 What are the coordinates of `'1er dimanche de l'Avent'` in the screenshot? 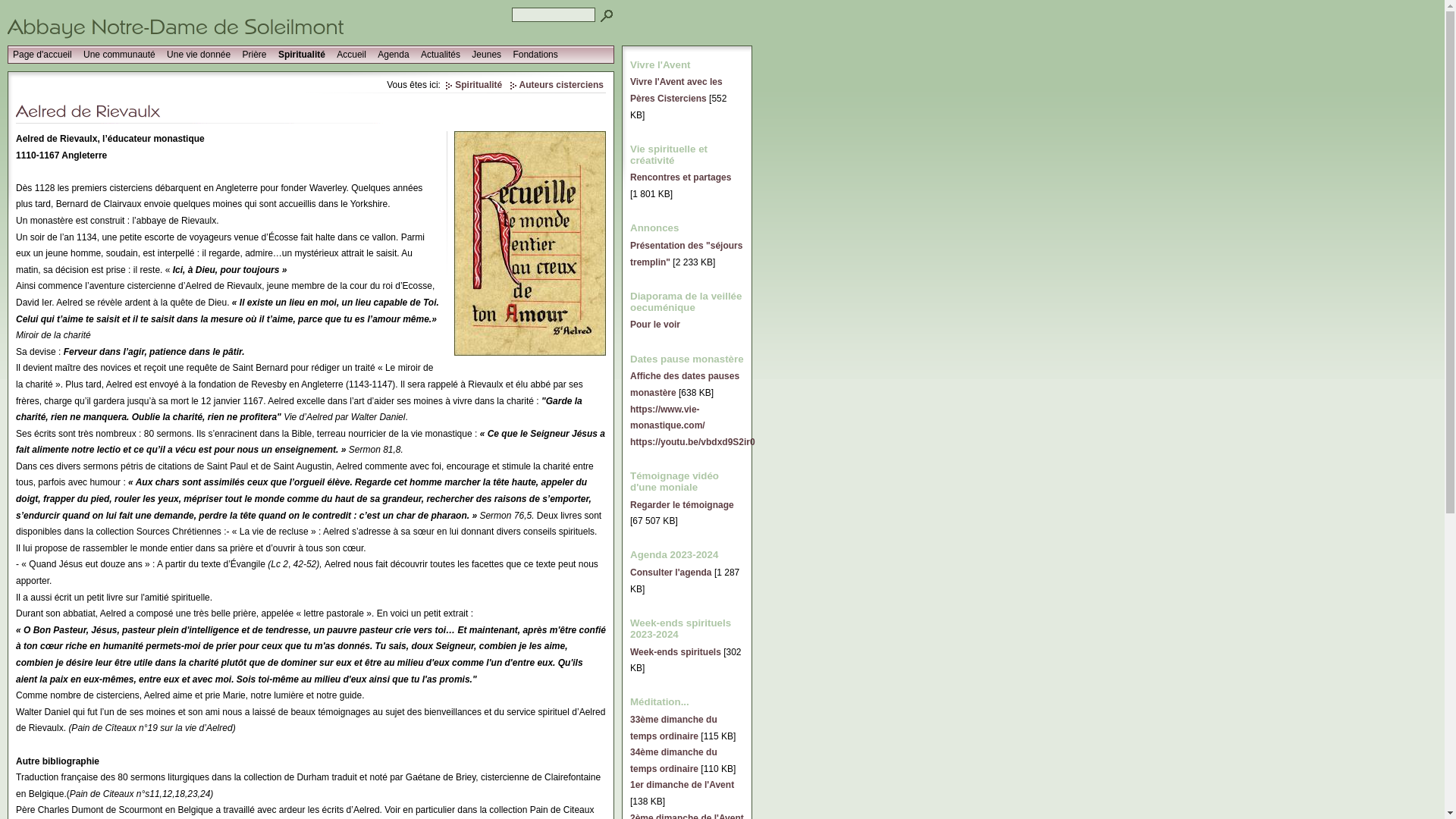 It's located at (629, 784).